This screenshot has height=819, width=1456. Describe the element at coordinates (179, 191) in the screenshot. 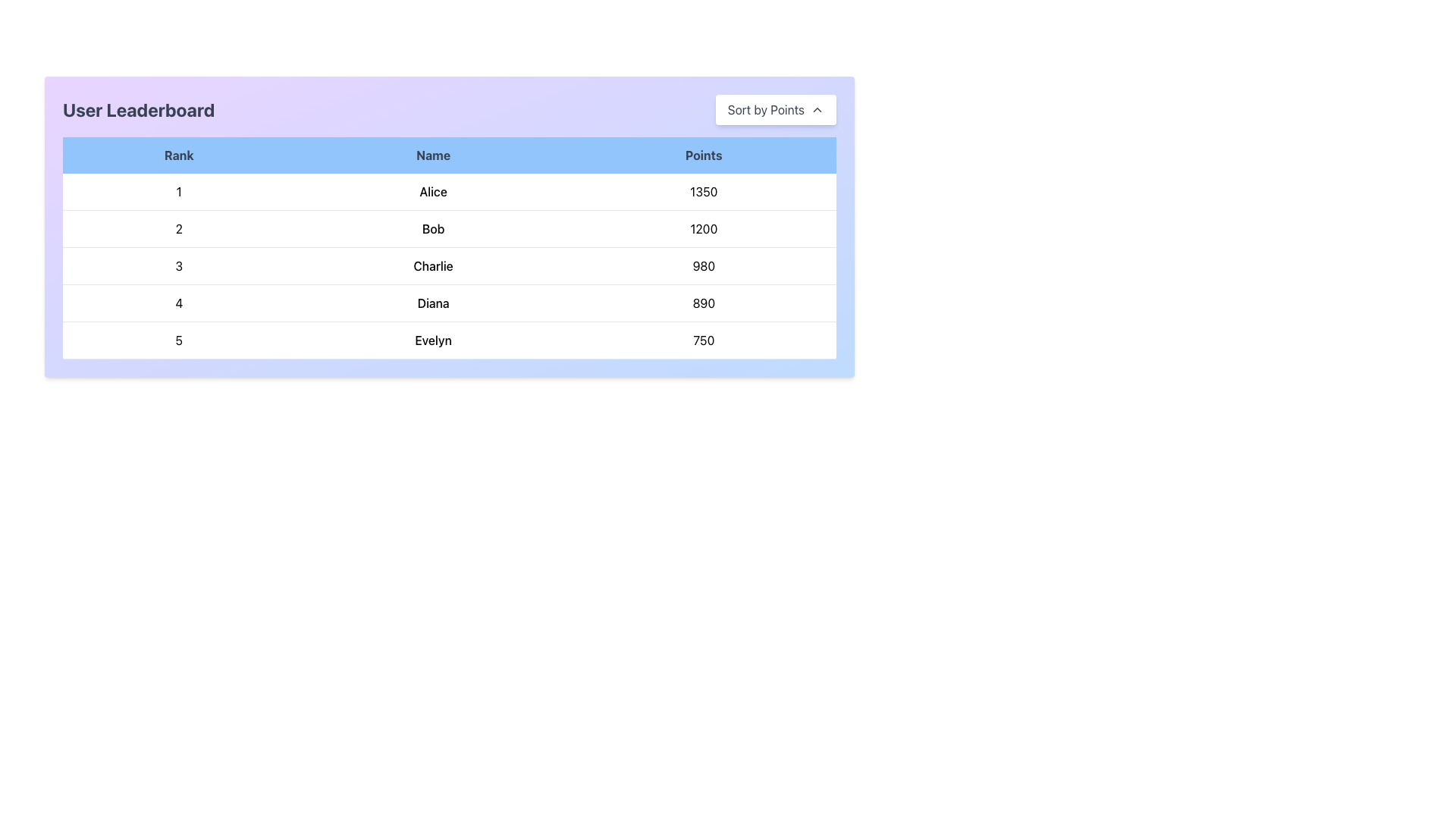

I see `the static text label that indicates the user's rank in the leaderboard, located in the first cell of the first row under the 'Rank' column` at that location.